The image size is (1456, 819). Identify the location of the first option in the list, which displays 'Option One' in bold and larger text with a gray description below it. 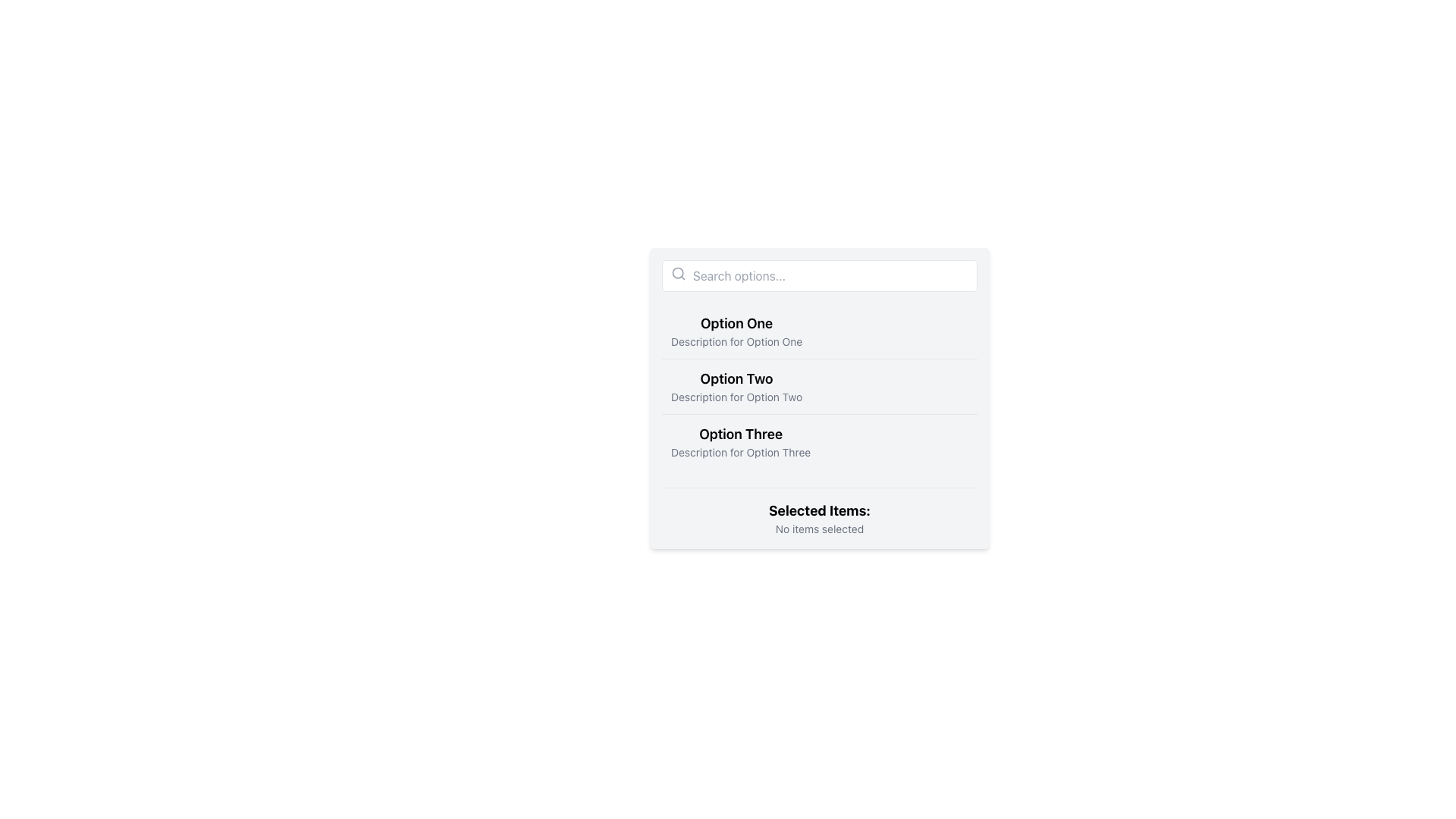
(736, 330).